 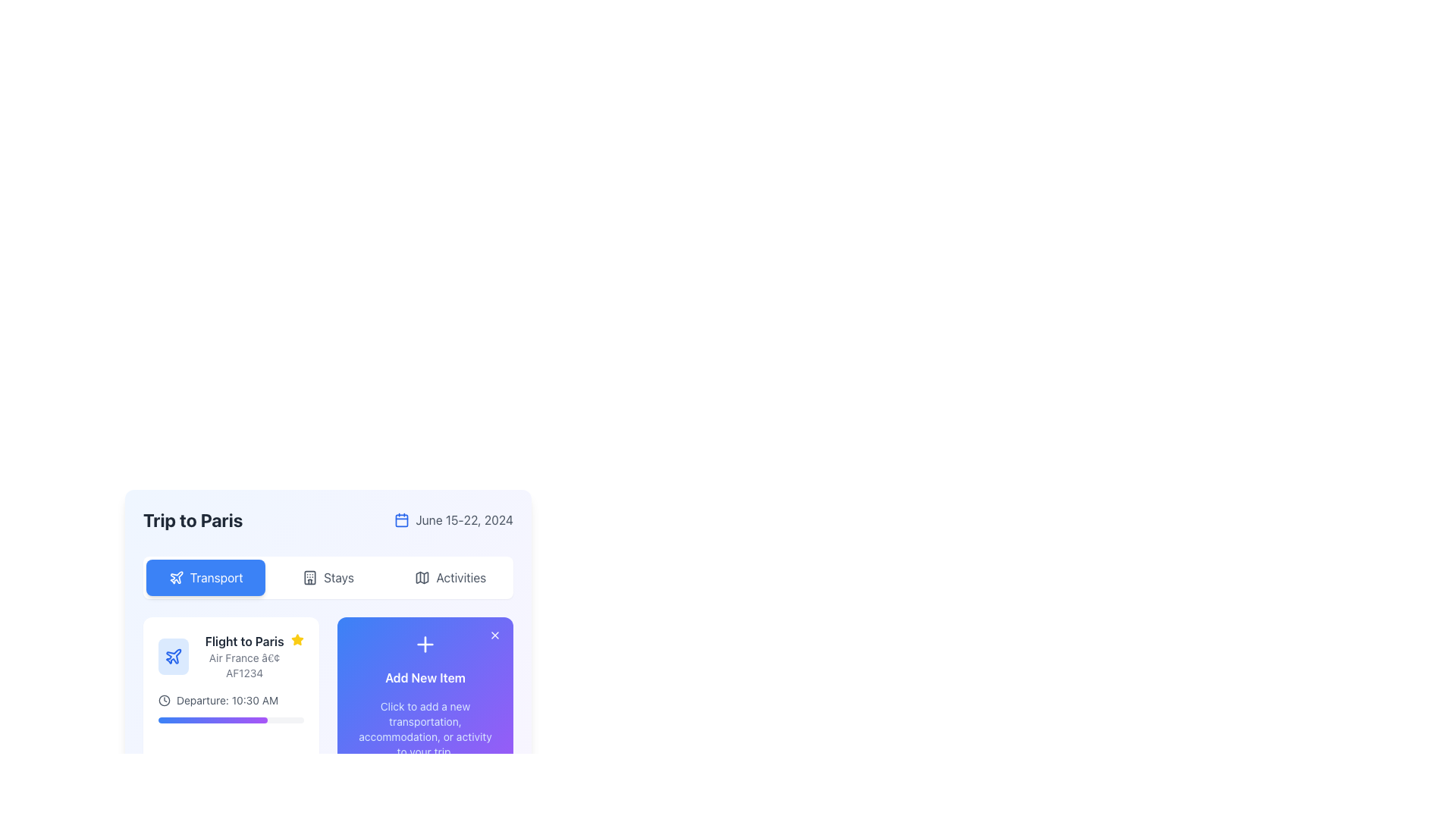 What do you see at coordinates (297, 640) in the screenshot?
I see `the yellow star icon representing a rating or favorite indicator in the 'Flight to Paris' block` at bounding box center [297, 640].